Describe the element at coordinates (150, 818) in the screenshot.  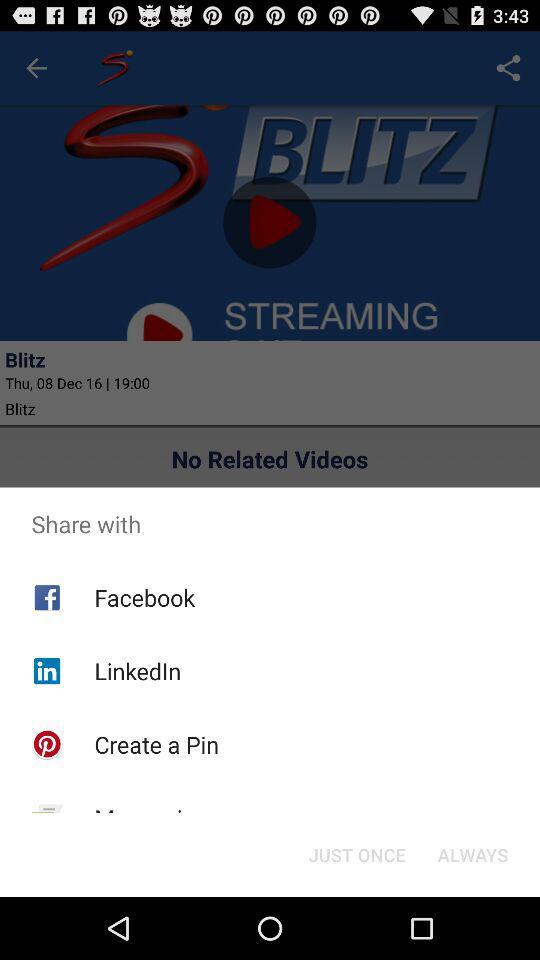
I see `icon to the left of the just once icon` at that location.